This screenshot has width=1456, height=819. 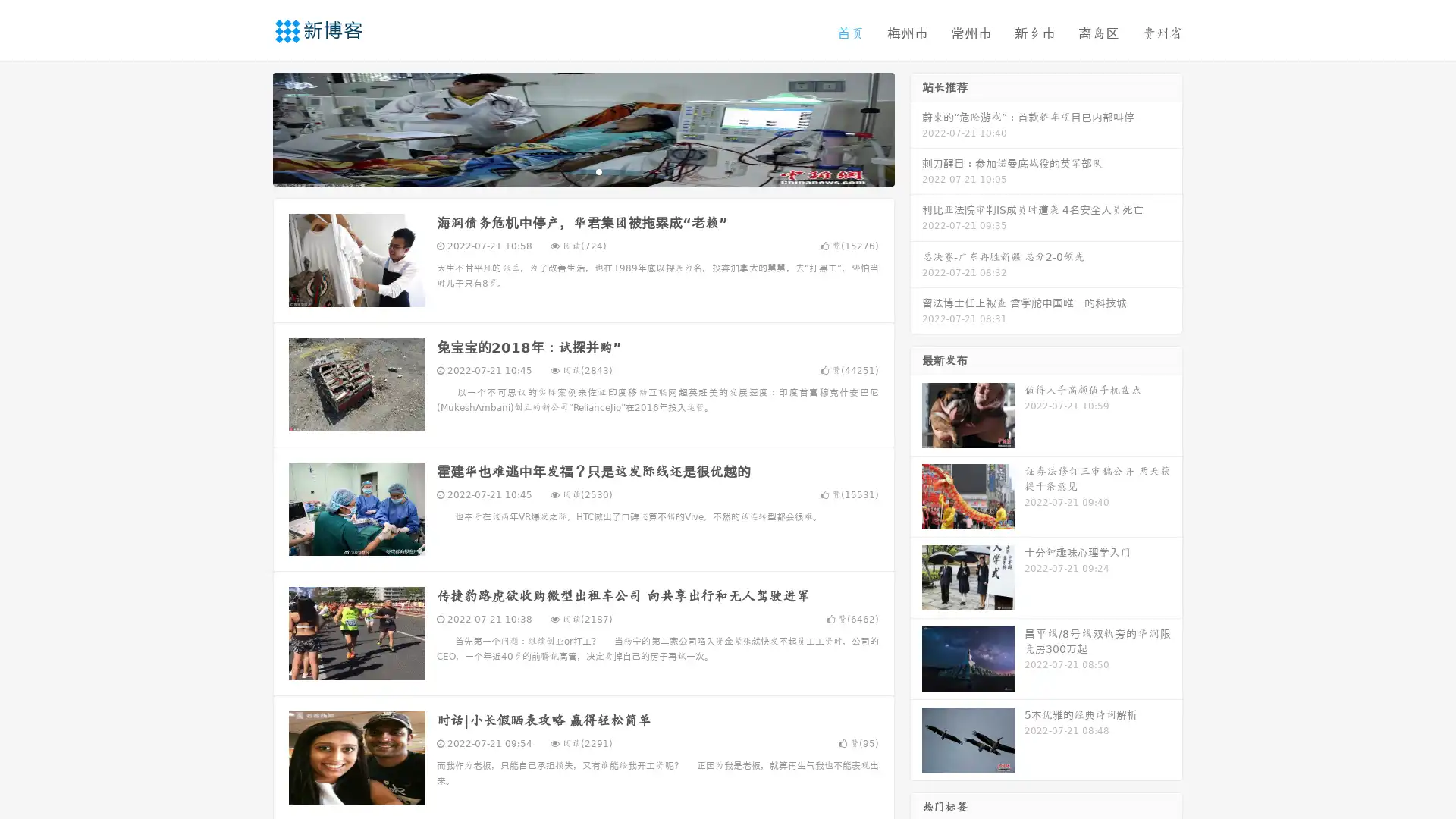 I want to click on Next slide, so click(x=916, y=127).